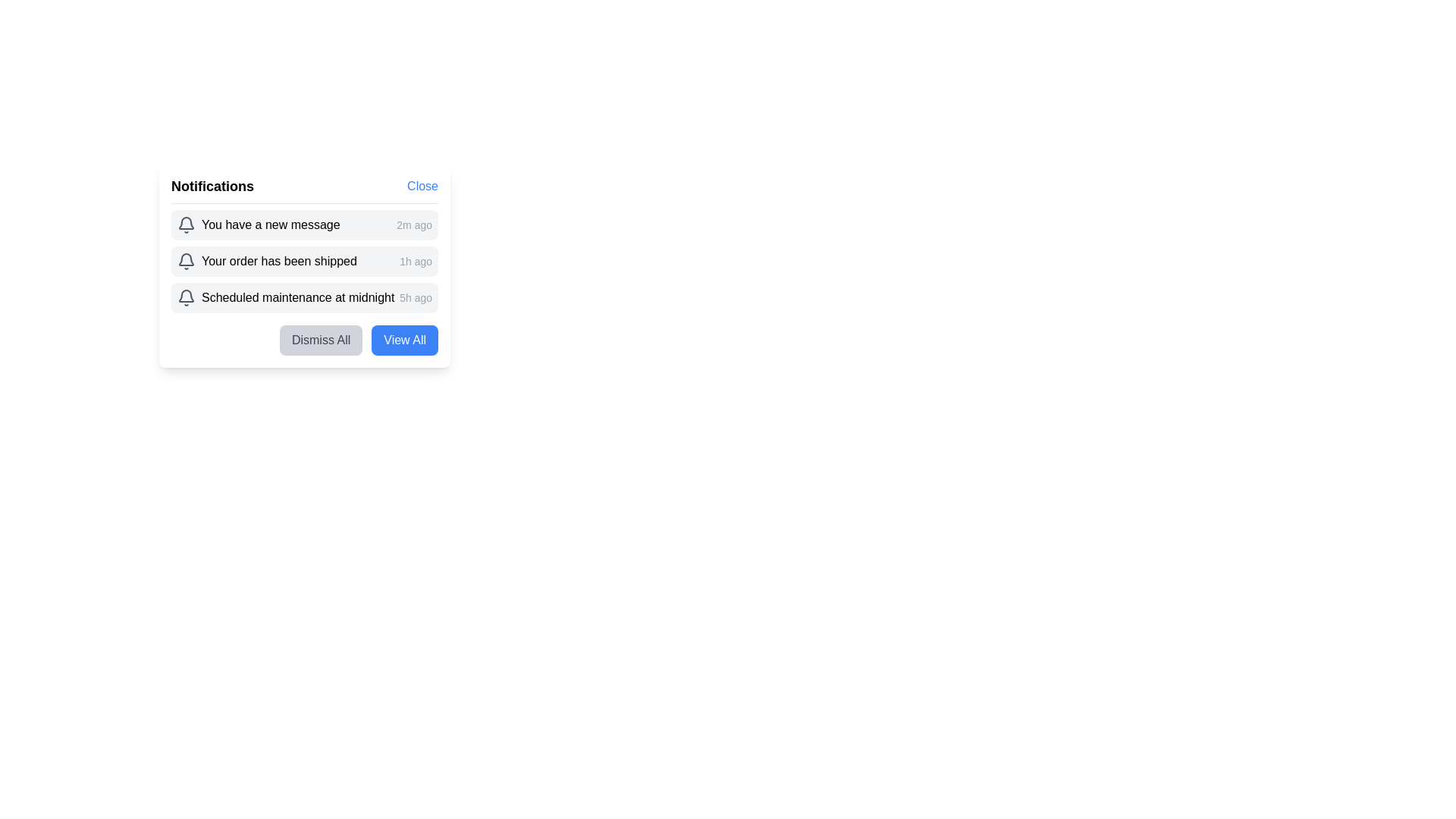  Describe the element at coordinates (271, 225) in the screenshot. I see `the notification message text label that indicates a new message, positioned between a bell icon on the left and '2m ago' on the right` at that location.